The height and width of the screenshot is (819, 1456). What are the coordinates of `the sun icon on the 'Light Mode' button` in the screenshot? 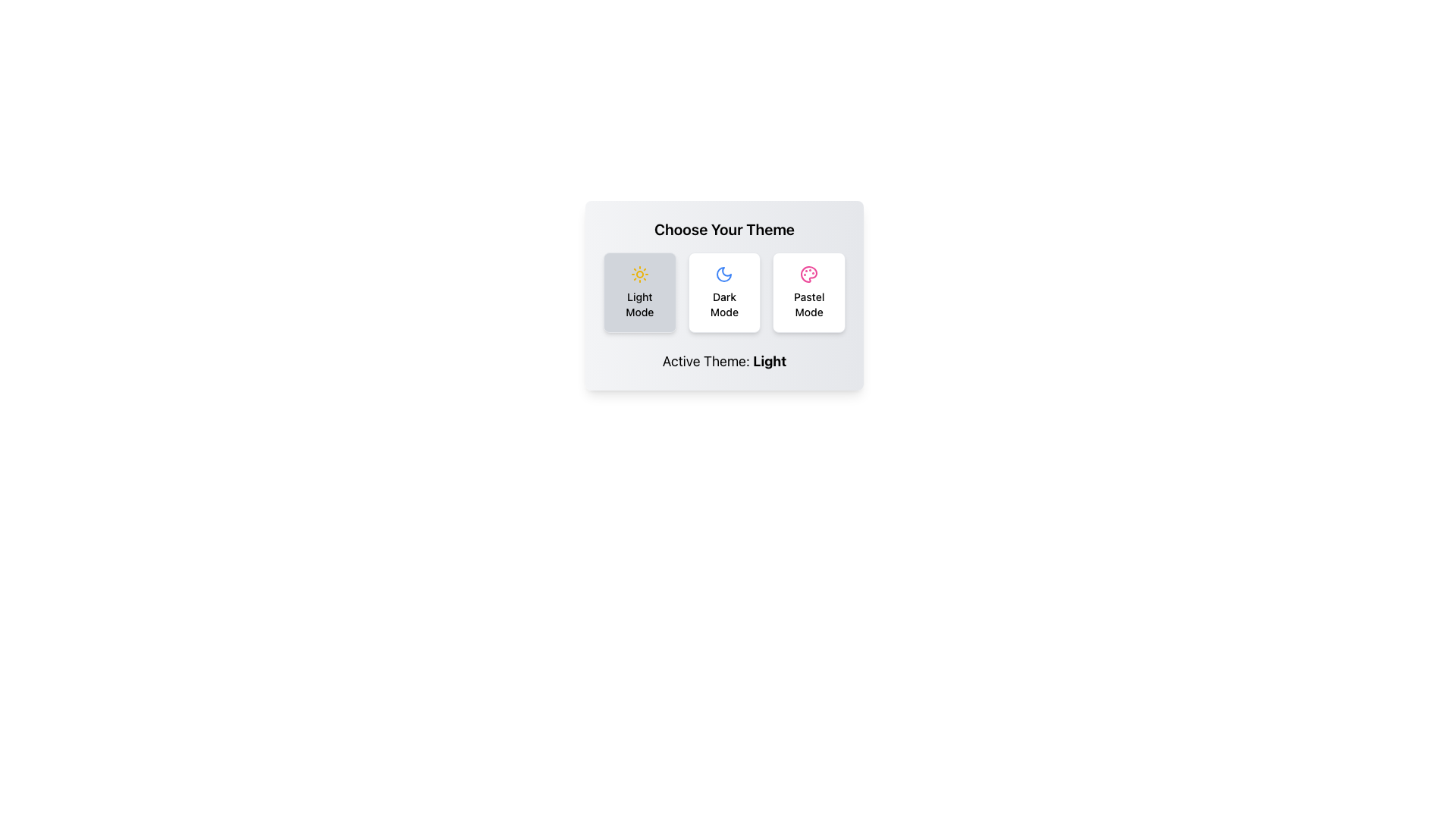 It's located at (639, 275).